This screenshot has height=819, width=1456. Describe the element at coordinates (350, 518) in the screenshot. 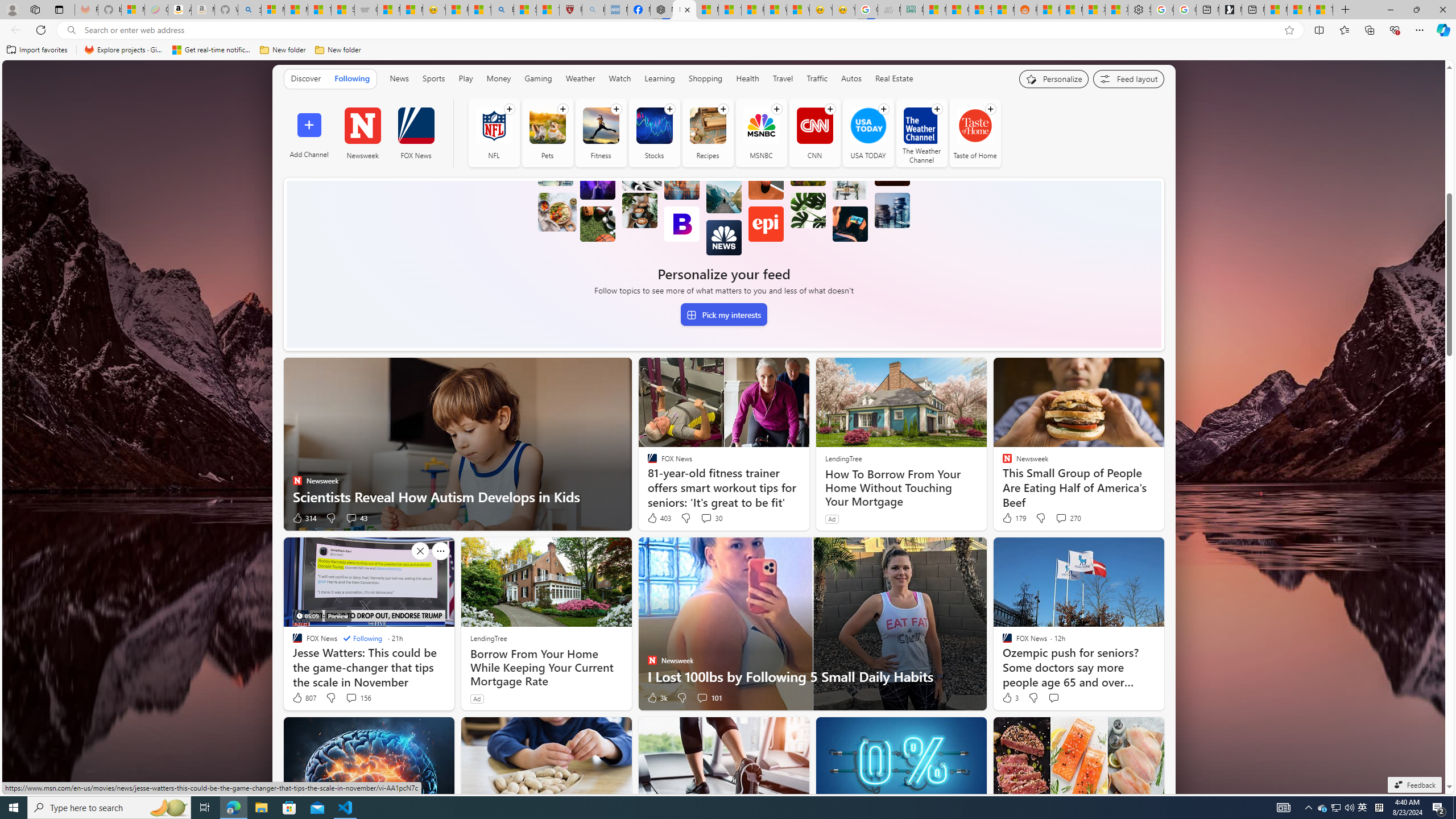

I see `'View comments 43 Comment'` at that location.